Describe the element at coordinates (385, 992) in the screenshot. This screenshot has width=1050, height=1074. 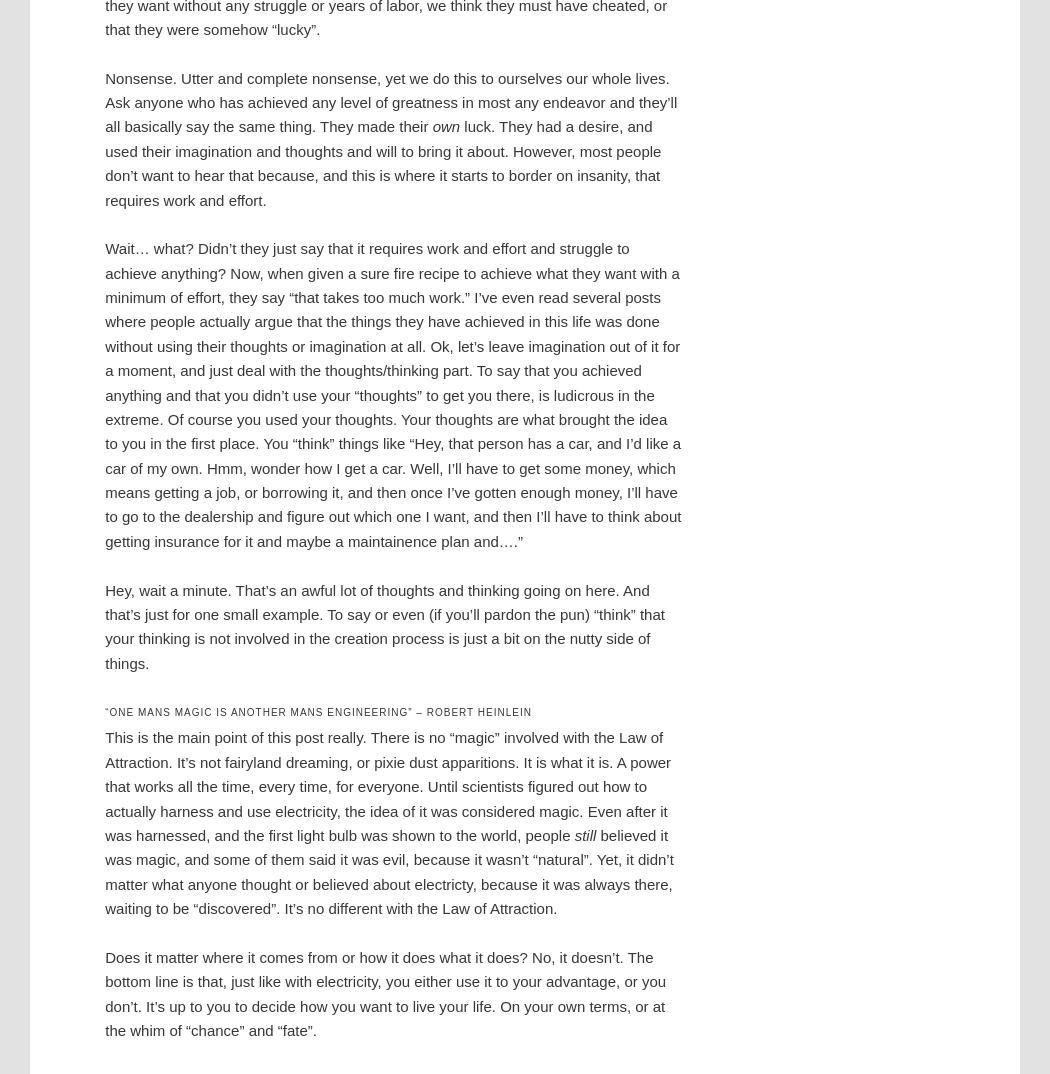
I see `'Does it matter where it comes from or how it does what it does? No, it doesn’t. The bottom line is that, just like with electricity, you either use it to your advantage, or you don’t. It’s up to you to decide how you want to live your life. On your own terms, or at the whim of “chance” and “fate”.'` at that location.